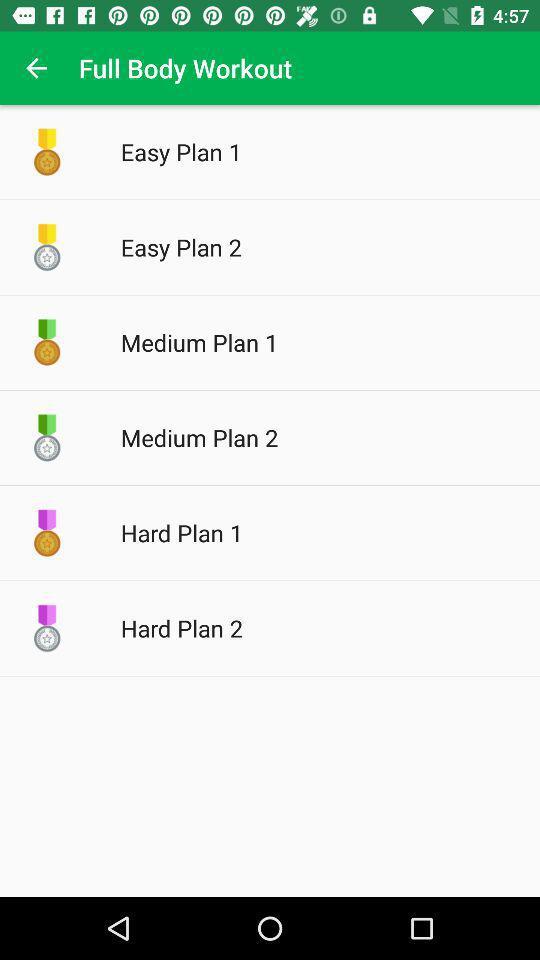 This screenshot has height=960, width=540. What do you see at coordinates (47, 627) in the screenshot?
I see `the icon on left to the button hard plan 2 on the web page` at bounding box center [47, 627].